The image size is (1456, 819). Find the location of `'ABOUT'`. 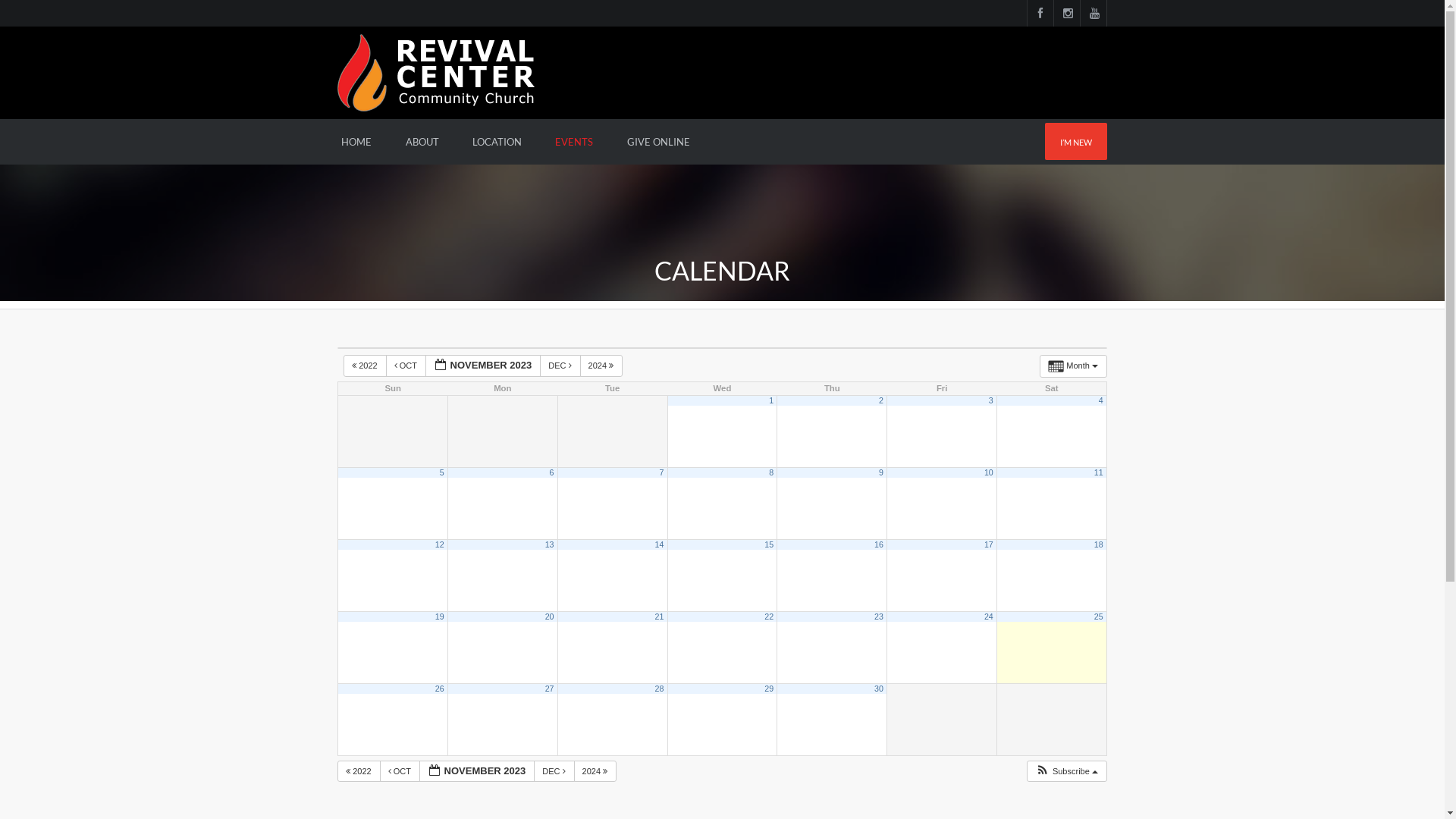

'ABOUT' is located at coordinates (422, 141).